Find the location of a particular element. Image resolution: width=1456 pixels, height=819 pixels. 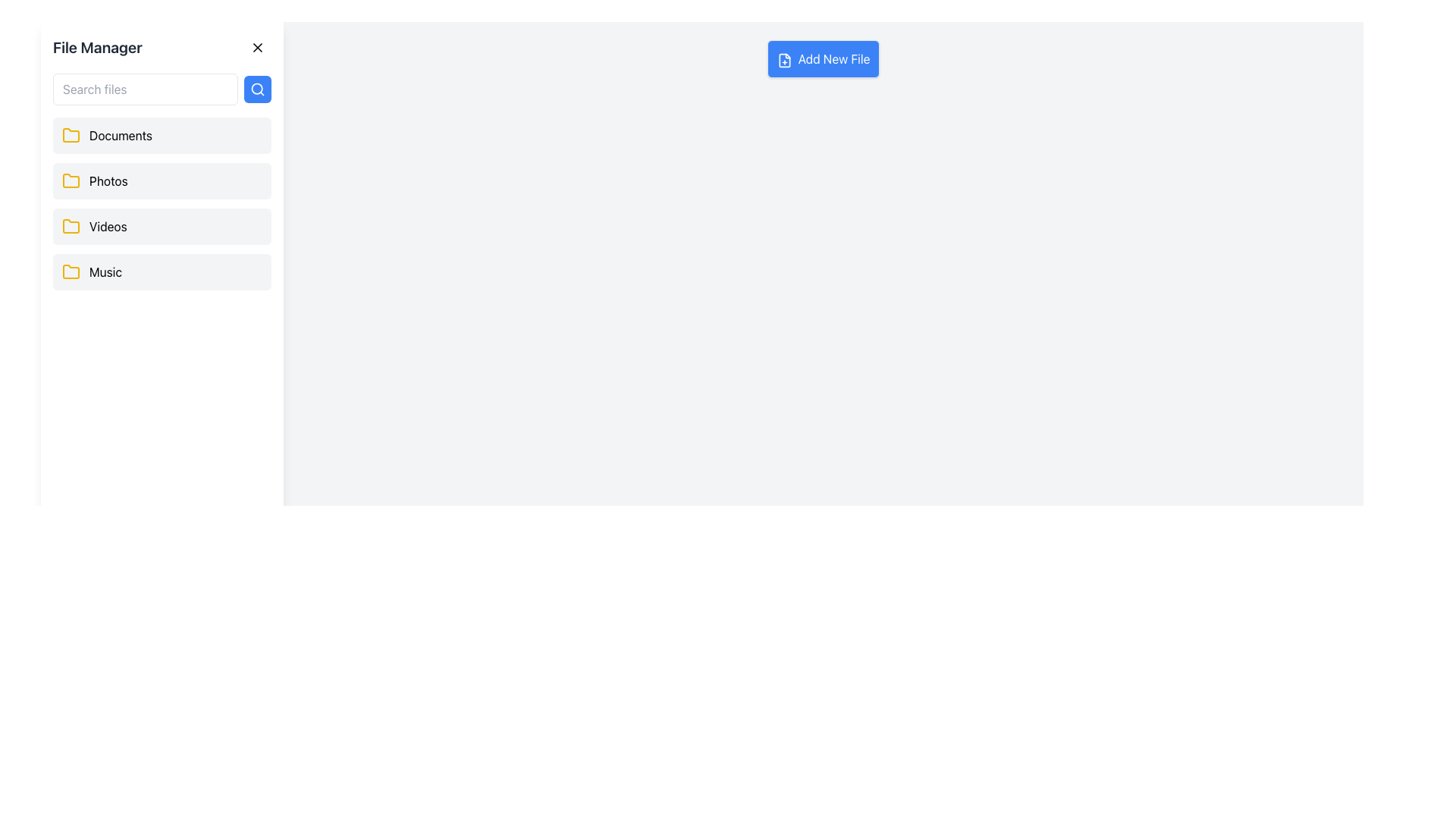

the 'Documents' text label which is the second item in the vertical list of options in the left sidebar of the file manager interface is located at coordinates (120, 134).